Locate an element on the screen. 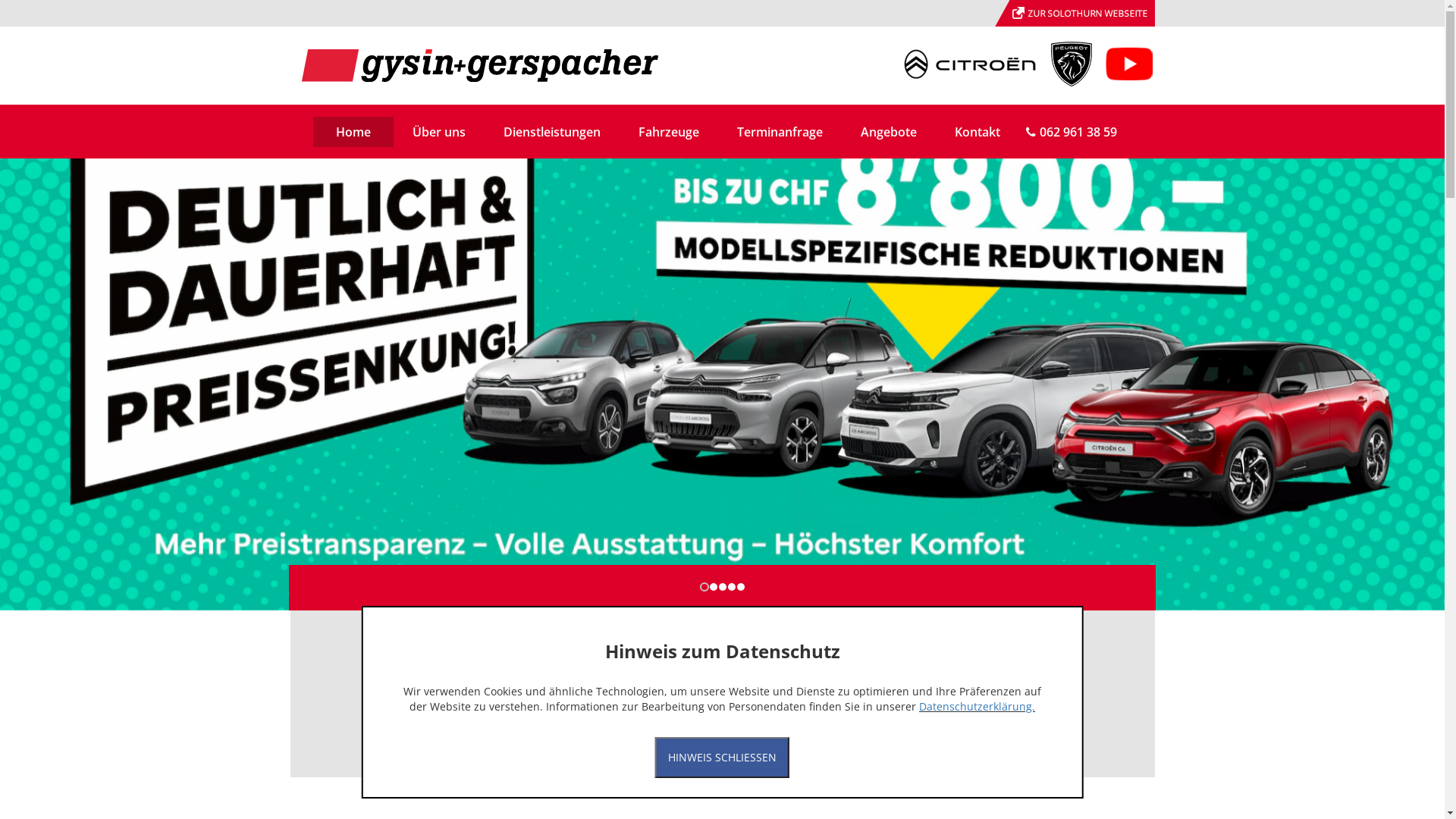  'Kontakt' is located at coordinates (977, 130).